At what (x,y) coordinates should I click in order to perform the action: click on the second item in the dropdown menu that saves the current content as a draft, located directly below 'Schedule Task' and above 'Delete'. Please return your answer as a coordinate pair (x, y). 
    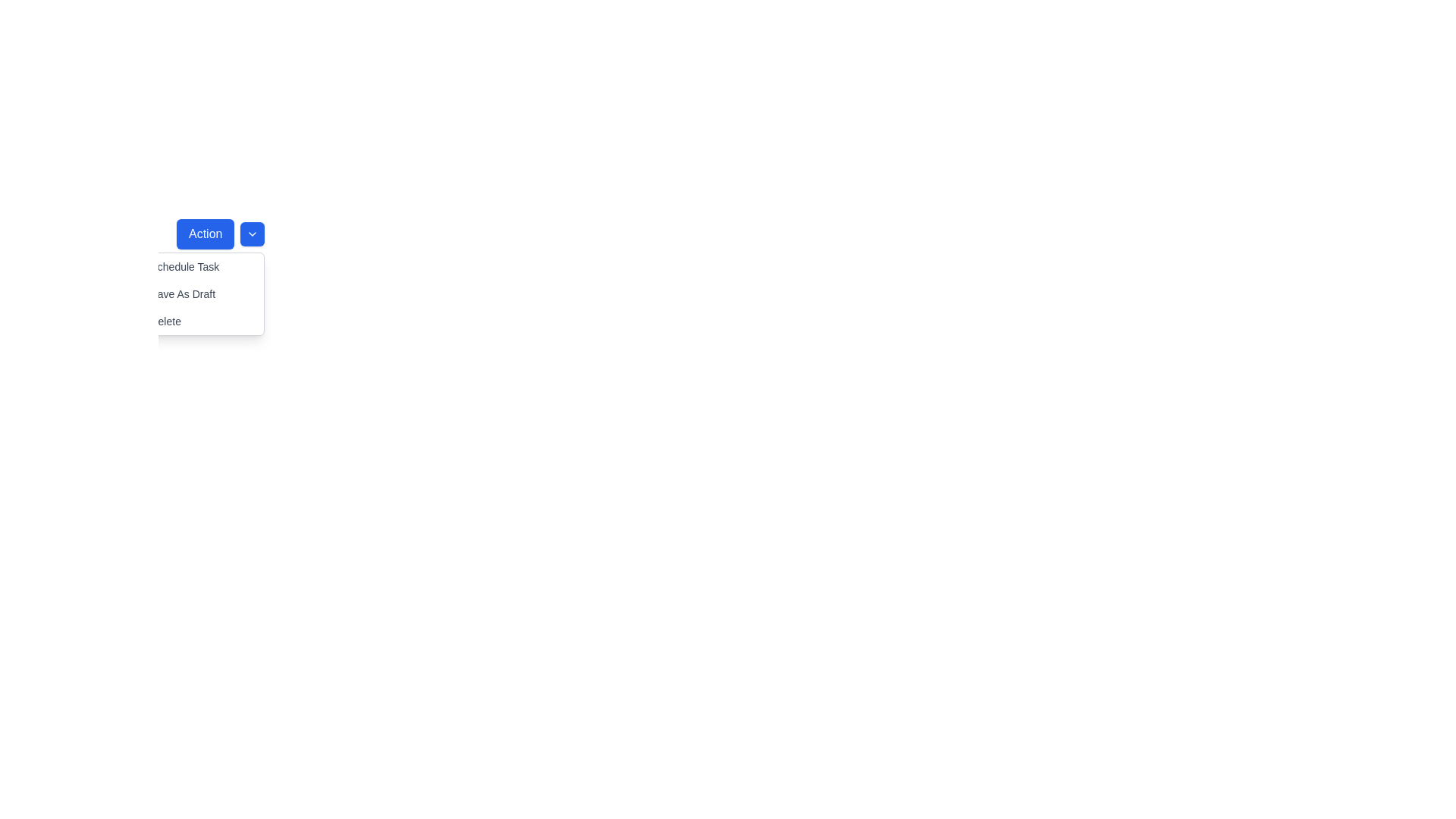
    Looking at the image, I should click on (191, 294).